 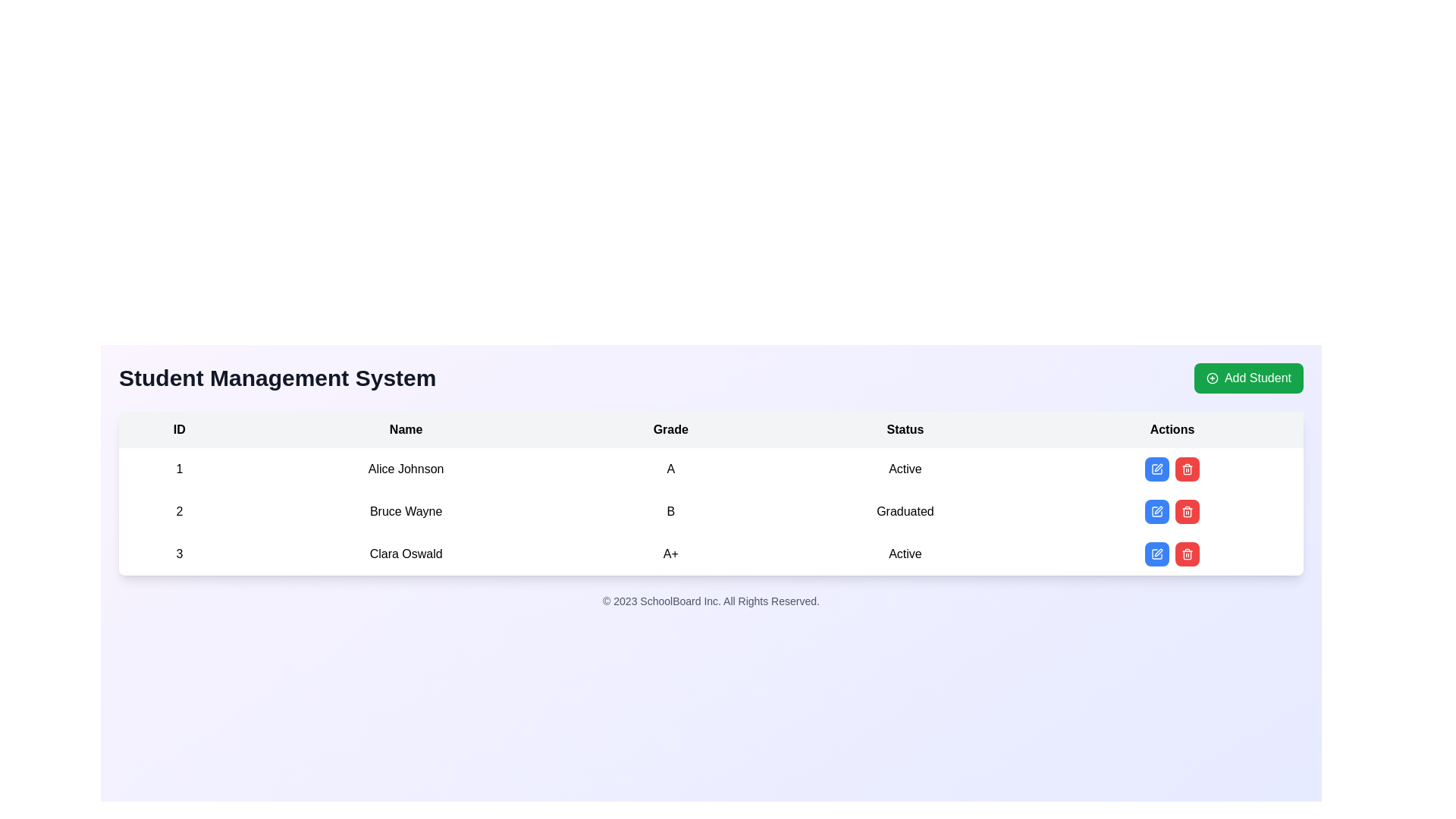 I want to click on the delete icon in the Actions column for Bruce Wayne, so click(x=1186, y=512).